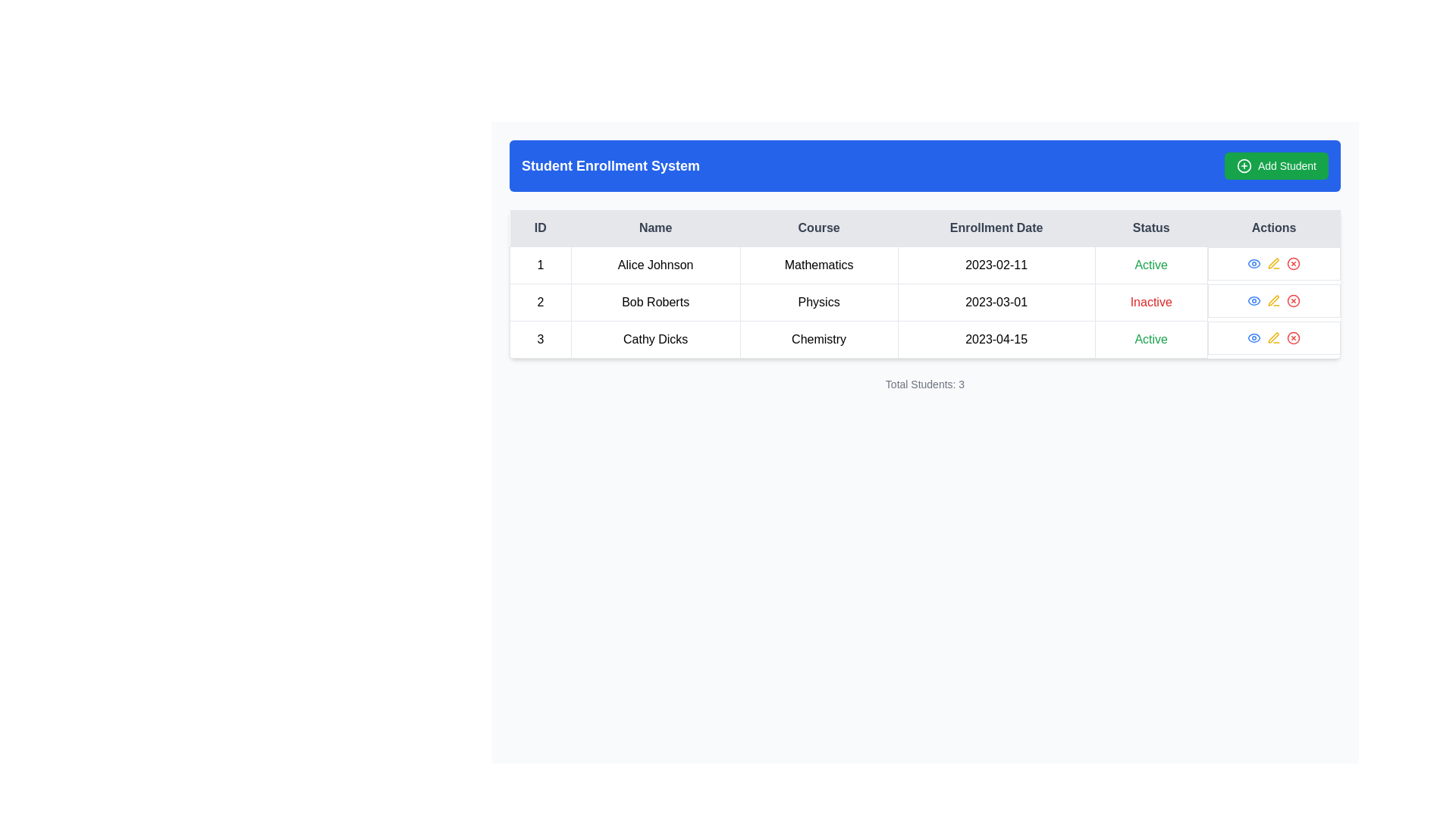  I want to click on the SVG icon representing a circle with a '+' symbol, located to the left of the 'Add Student' text within the green button in the upper right corner of the interface, so click(1244, 166).